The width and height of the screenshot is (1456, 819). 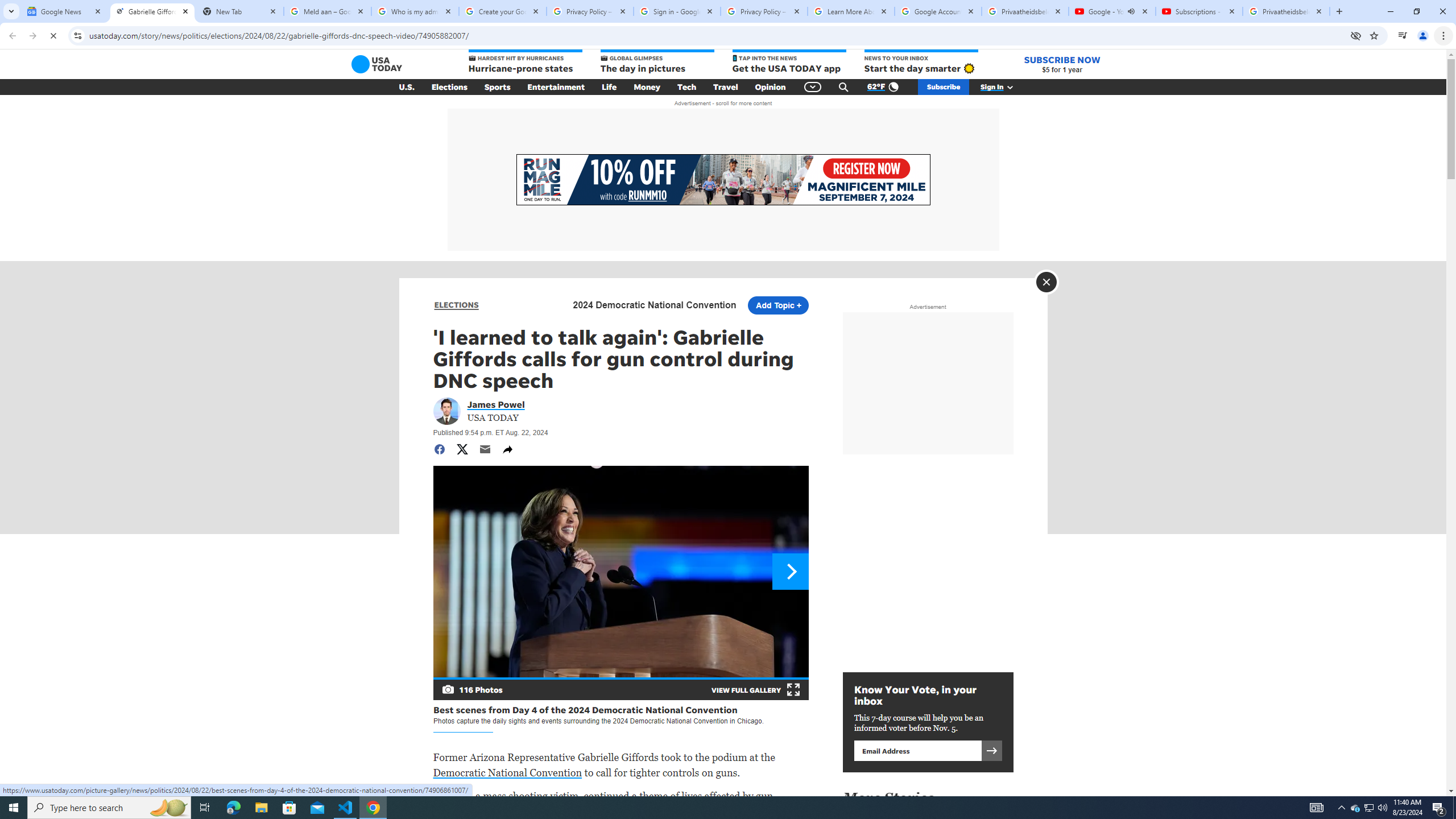 What do you see at coordinates (609, 87) in the screenshot?
I see `'Life'` at bounding box center [609, 87].